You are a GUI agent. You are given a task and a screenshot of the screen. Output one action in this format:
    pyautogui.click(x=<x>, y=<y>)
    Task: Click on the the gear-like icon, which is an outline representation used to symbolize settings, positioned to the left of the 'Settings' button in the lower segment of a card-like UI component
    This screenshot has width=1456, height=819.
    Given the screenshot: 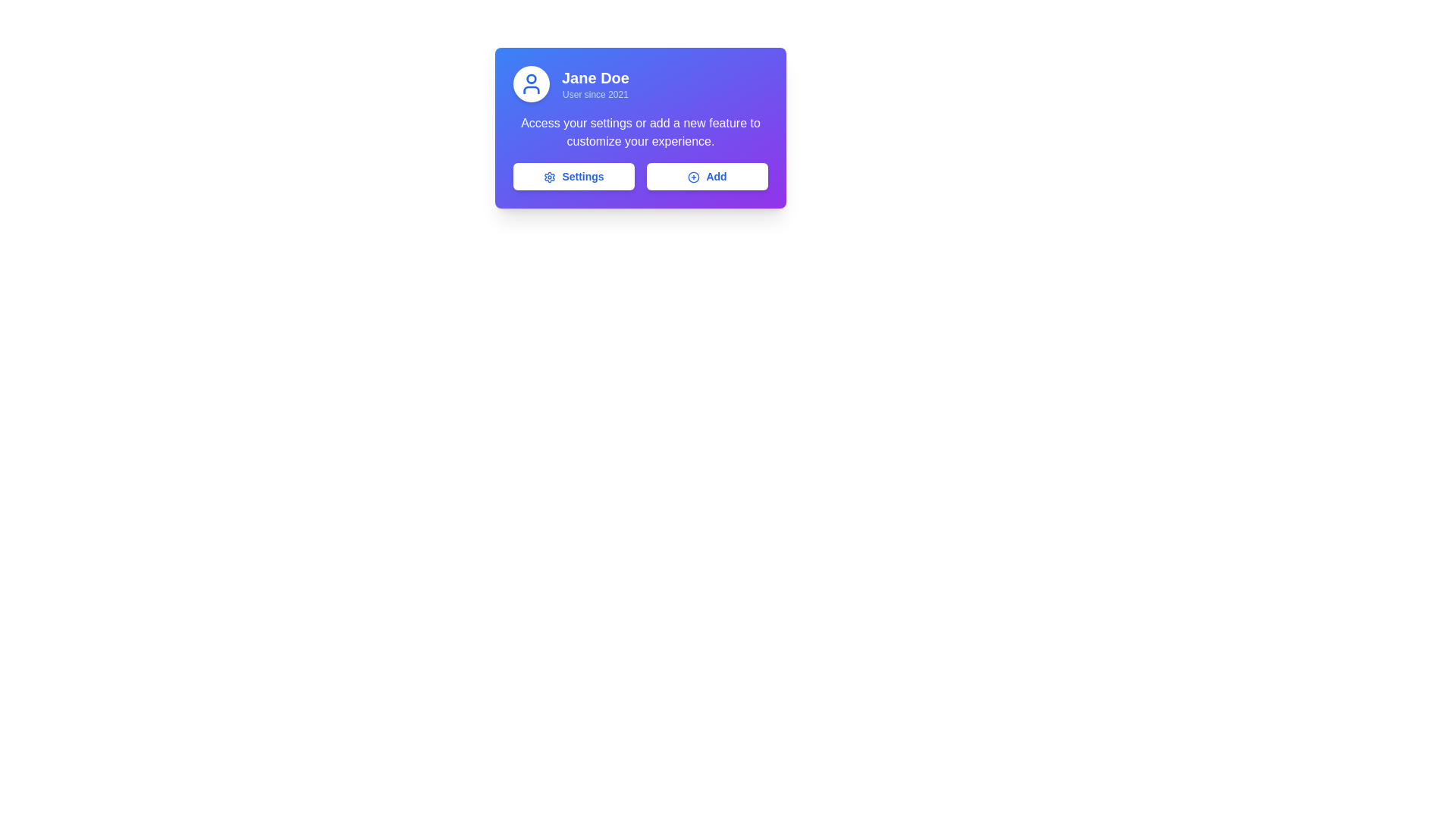 What is the action you would take?
    pyautogui.click(x=549, y=177)
    